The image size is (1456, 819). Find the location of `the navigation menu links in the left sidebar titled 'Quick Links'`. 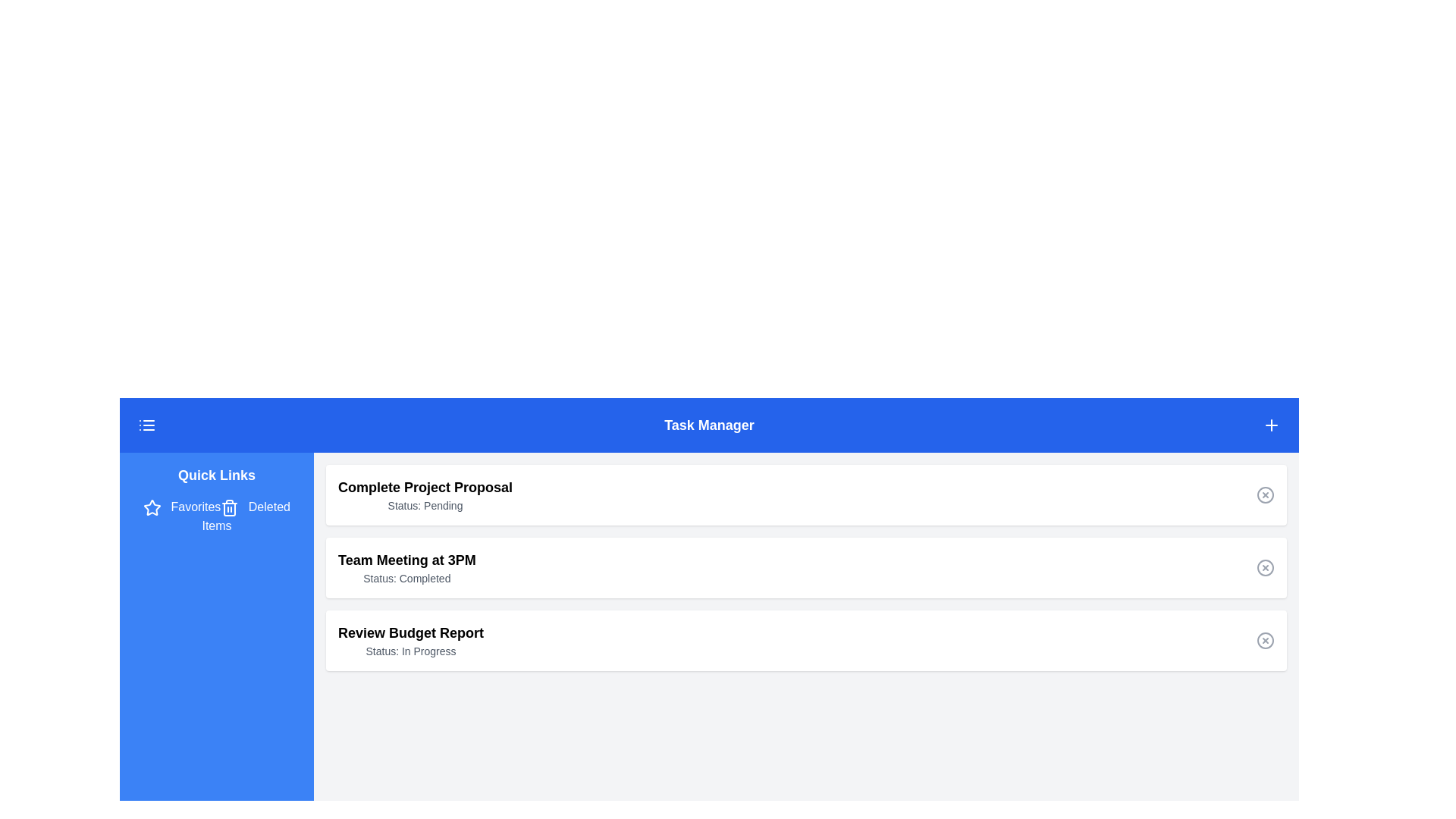

the navigation menu links in the left sidebar titled 'Quick Links' is located at coordinates (216, 516).